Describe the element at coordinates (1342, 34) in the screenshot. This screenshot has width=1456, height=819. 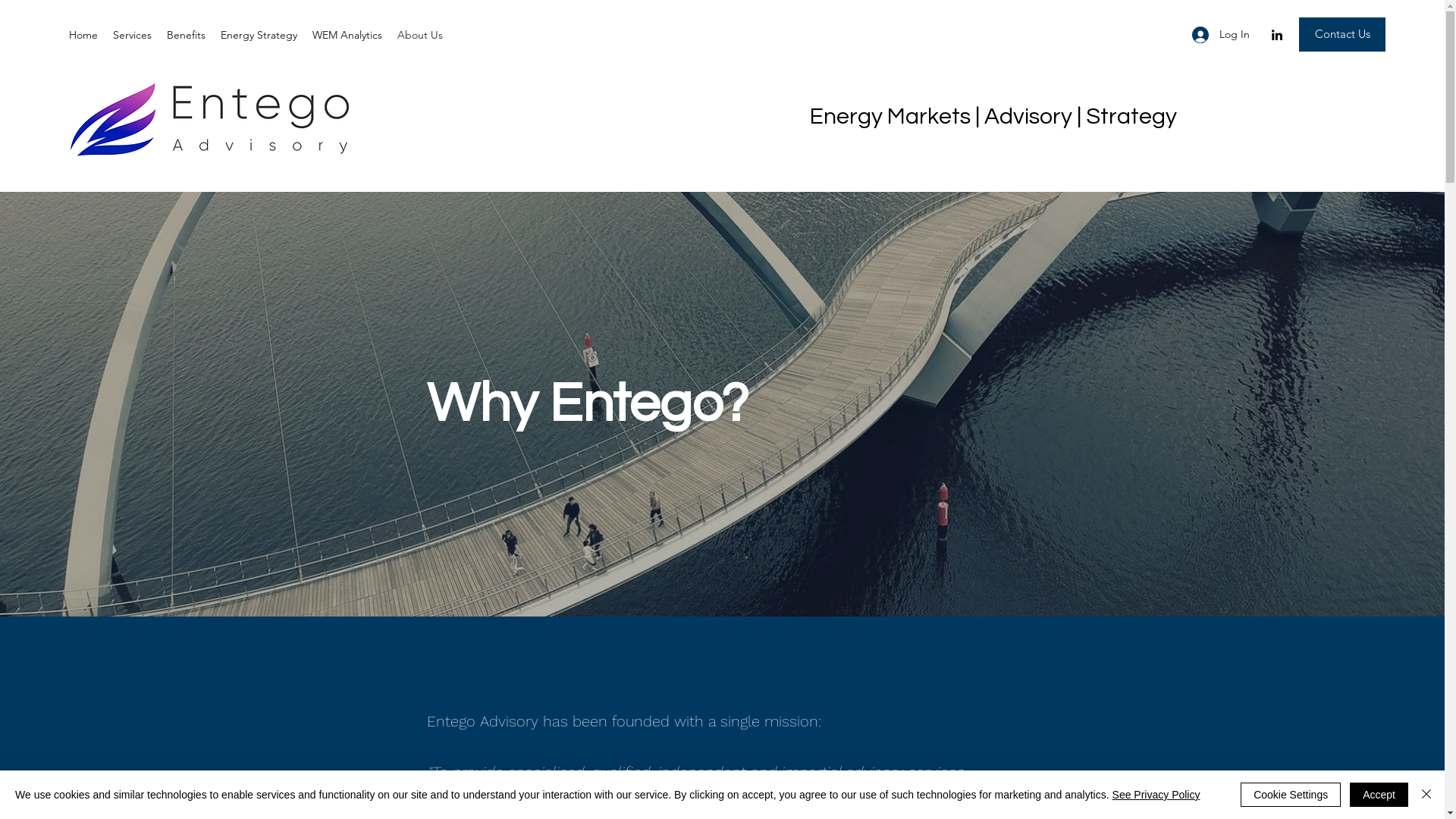
I see `'Contact Us'` at that location.